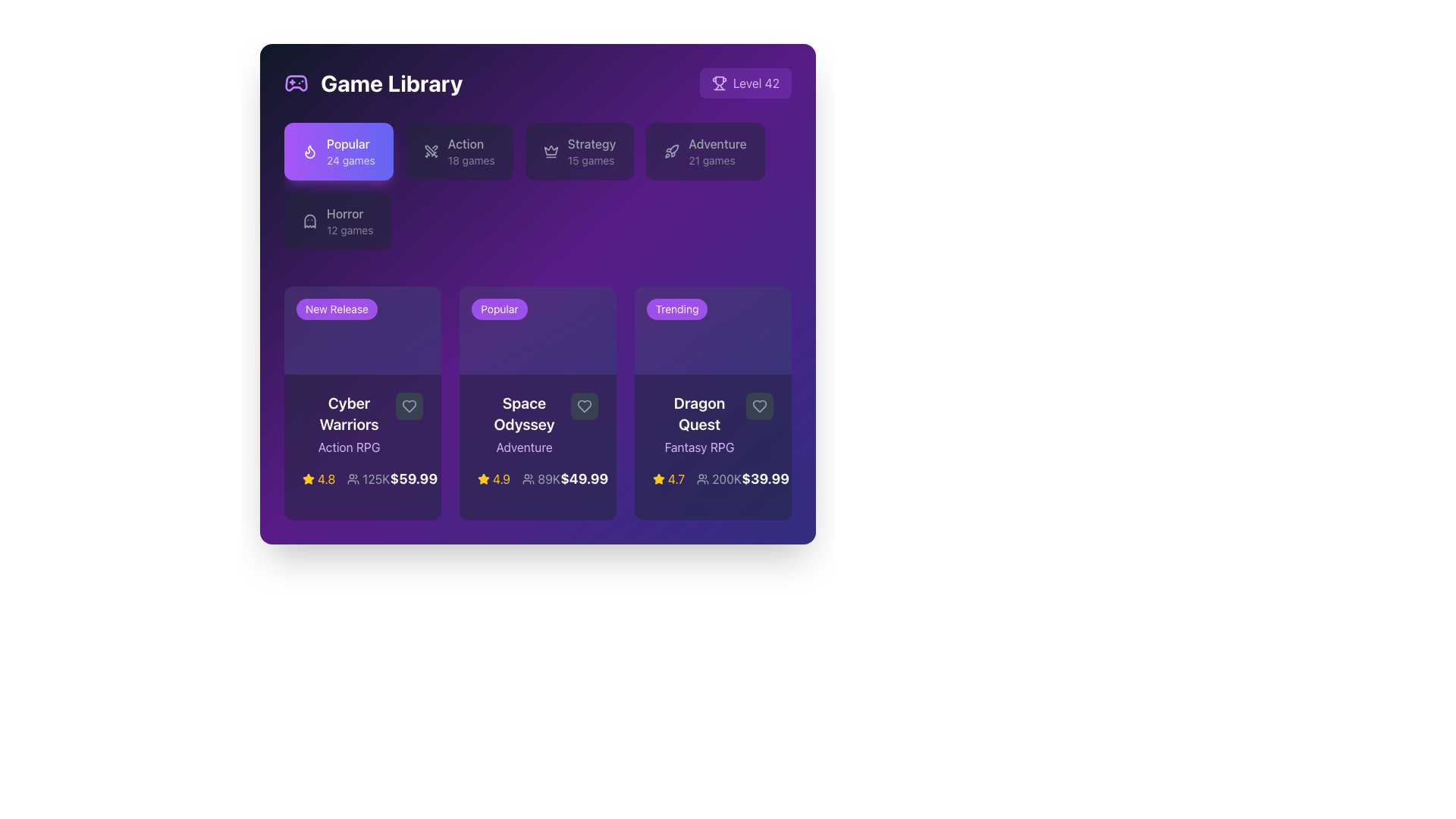  What do you see at coordinates (717, 161) in the screenshot?
I see `the text label indicating the number of games available in the 'Adventure' category for information purposes` at bounding box center [717, 161].